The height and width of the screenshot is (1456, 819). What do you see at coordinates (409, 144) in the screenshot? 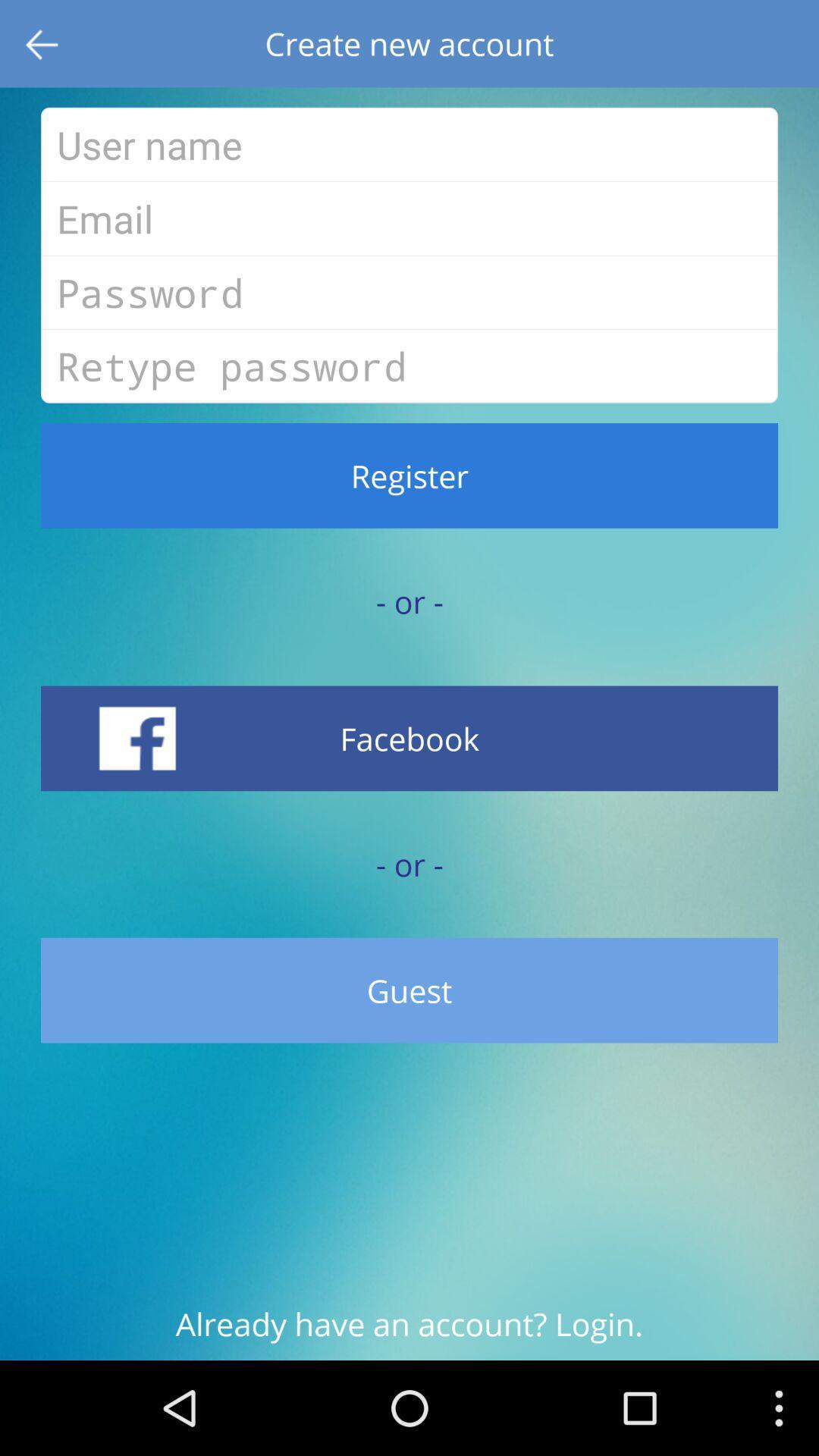
I see `username` at bounding box center [409, 144].